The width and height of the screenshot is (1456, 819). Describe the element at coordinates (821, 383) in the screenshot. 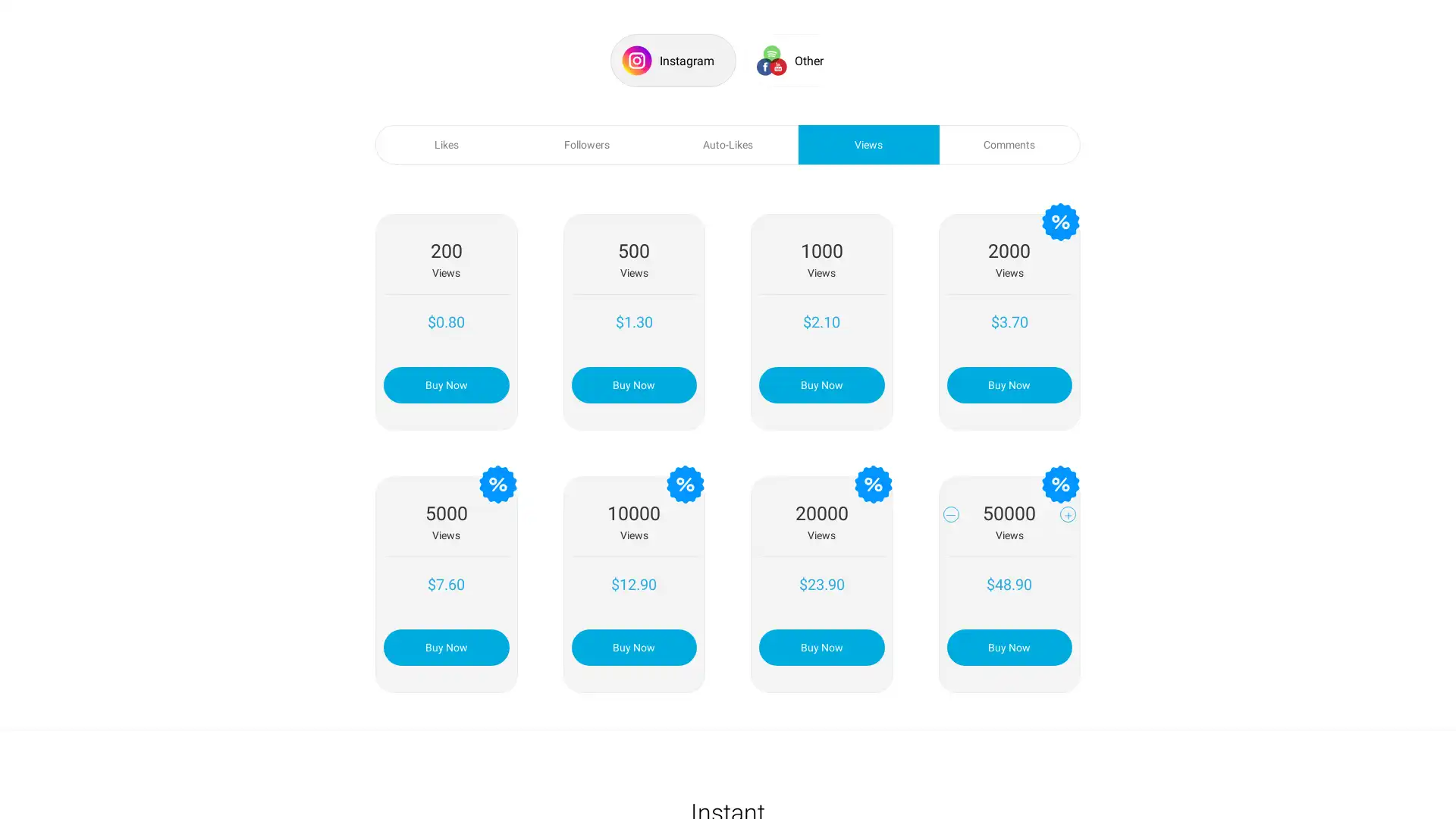

I see `Buy Now` at that location.